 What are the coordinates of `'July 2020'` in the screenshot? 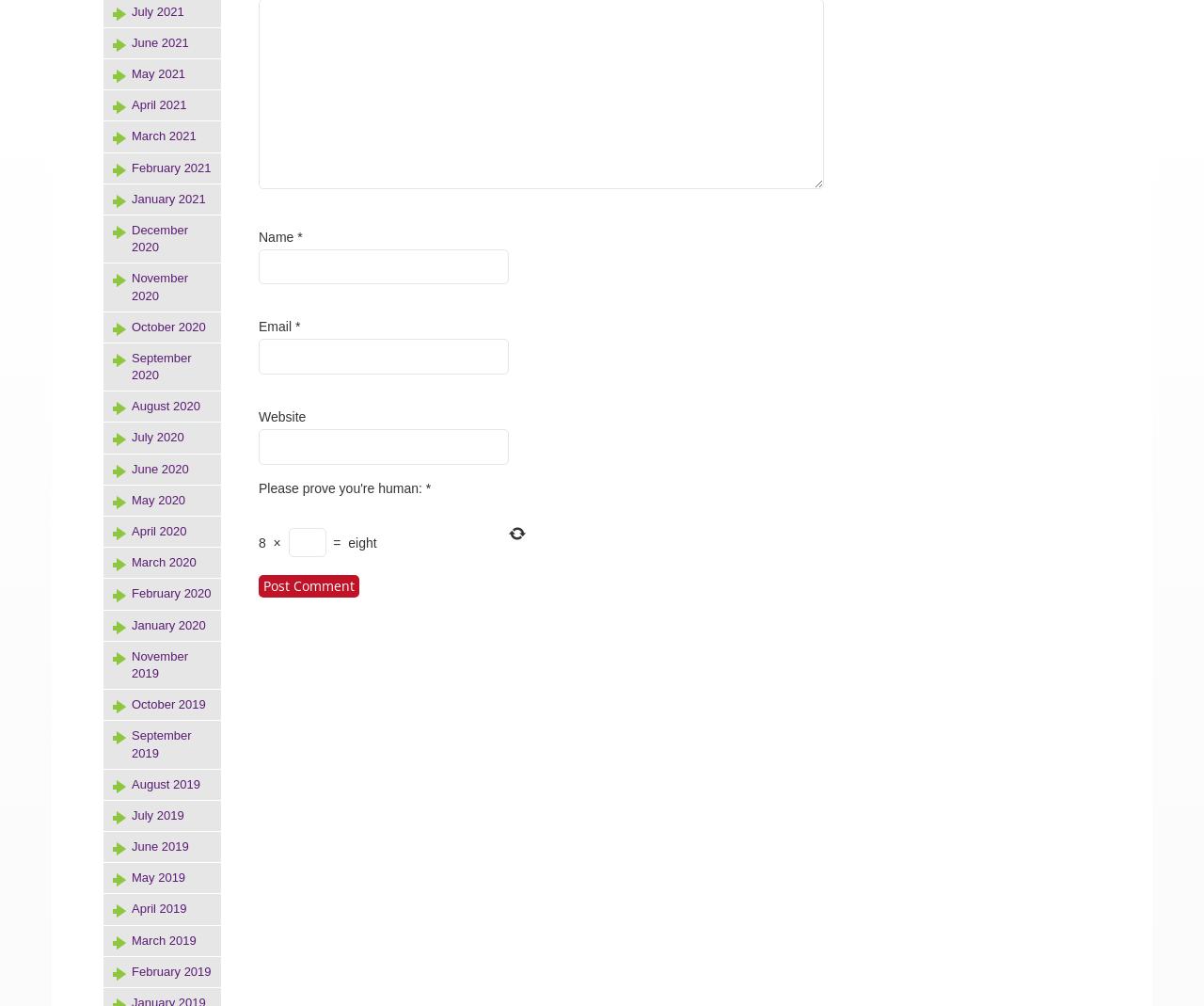 It's located at (157, 436).